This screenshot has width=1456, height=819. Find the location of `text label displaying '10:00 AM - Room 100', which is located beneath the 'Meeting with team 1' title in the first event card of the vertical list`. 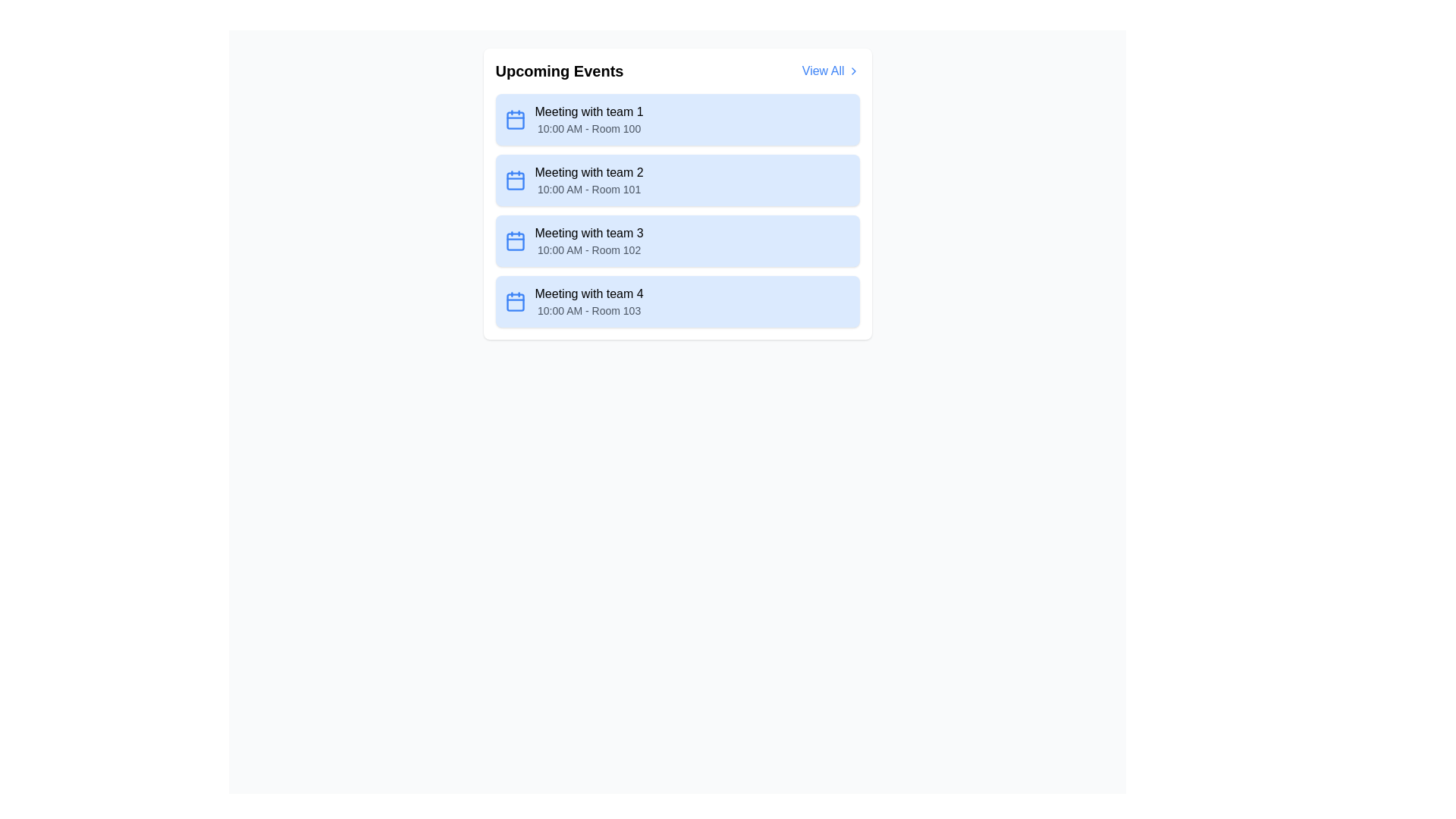

text label displaying '10:00 AM - Room 100', which is located beneath the 'Meeting with team 1' title in the first event card of the vertical list is located at coordinates (588, 127).